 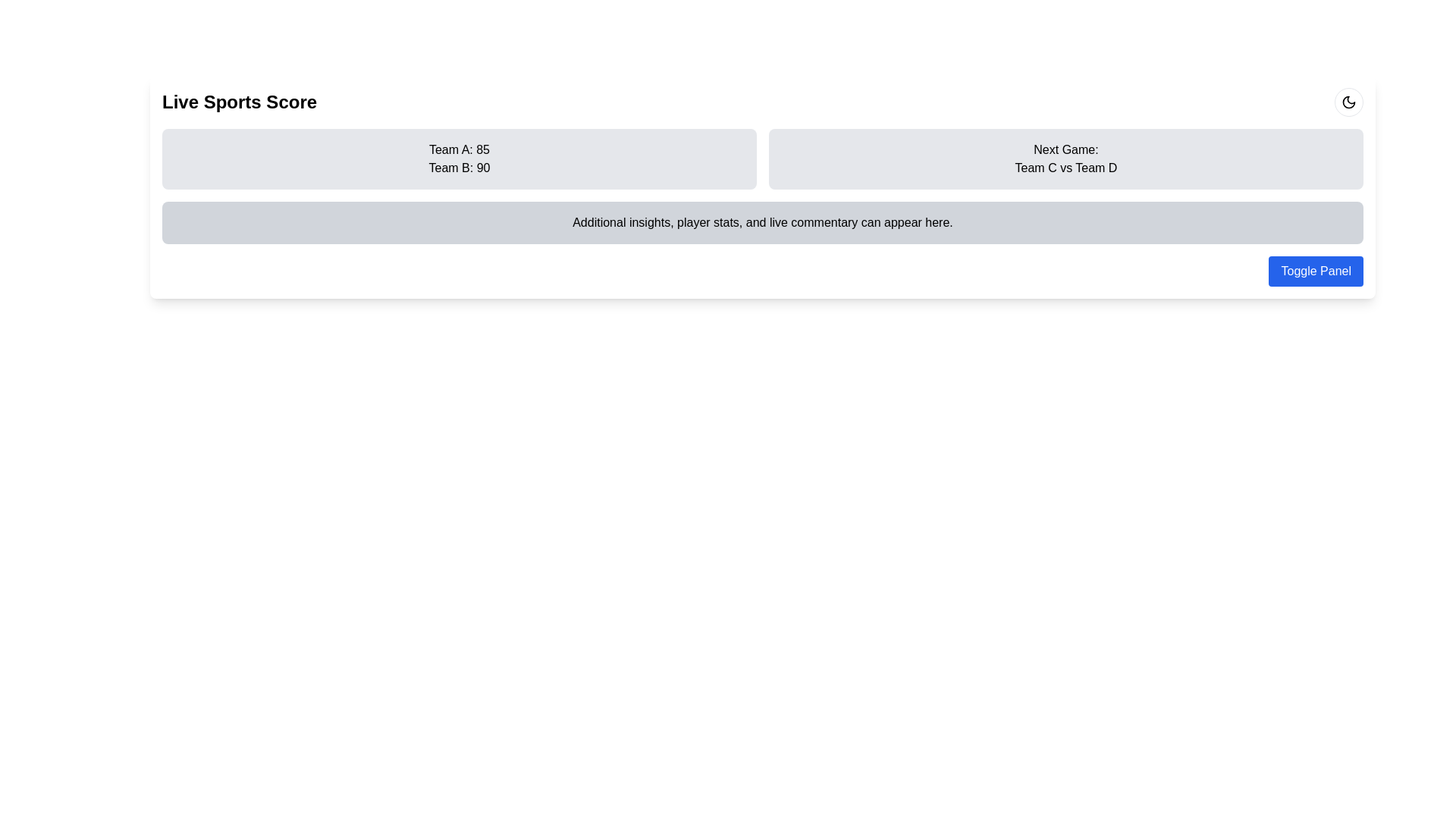 I want to click on the toggle button for dark and light mode located at the top-right corner of the 'Live Sports Score' section, next to the title text, so click(x=1349, y=102).